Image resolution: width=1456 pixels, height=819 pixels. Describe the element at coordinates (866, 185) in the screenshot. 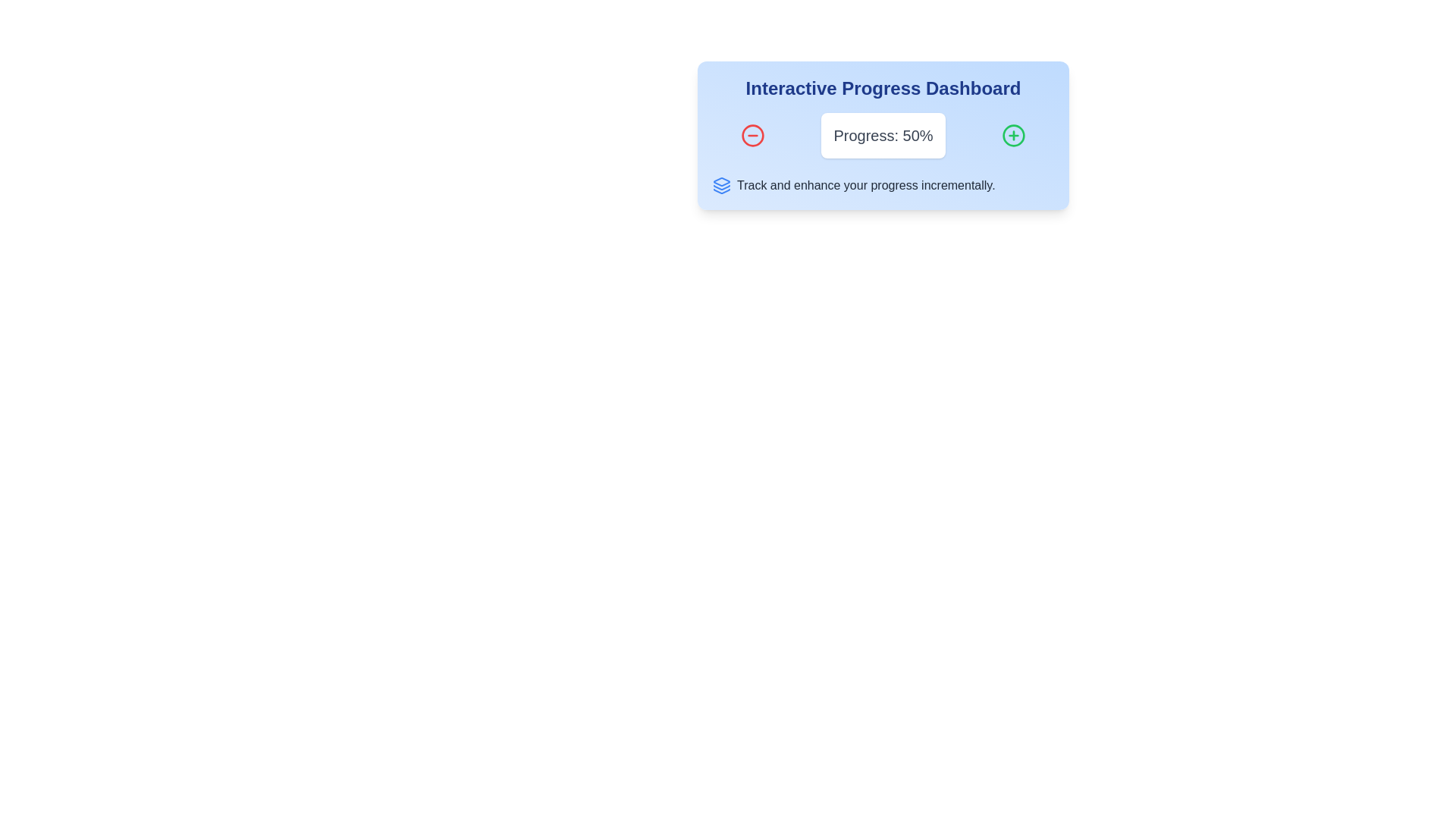

I see `the Text label that provides descriptive information about the functionality or purpose of the interface, located to the right of a blue icon representing layers` at that location.